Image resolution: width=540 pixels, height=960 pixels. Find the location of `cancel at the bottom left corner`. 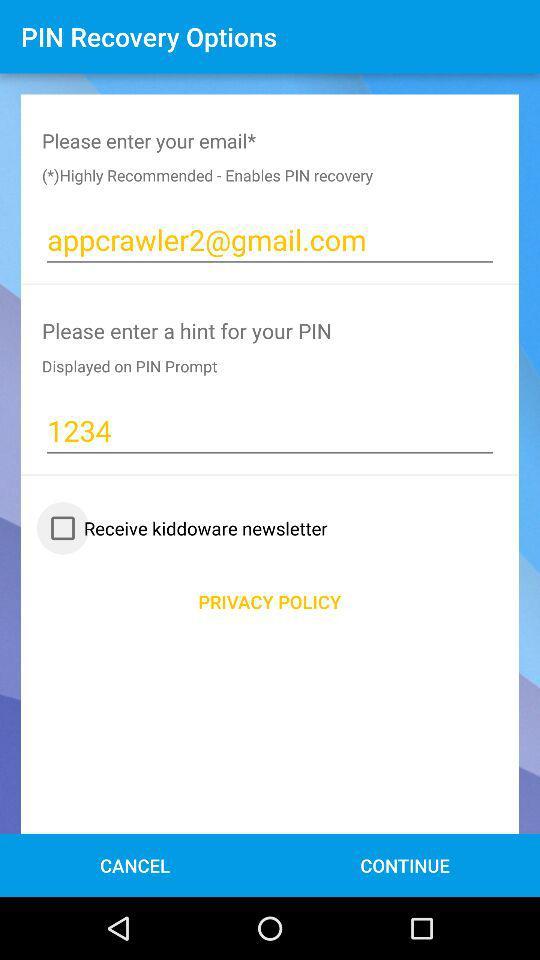

cancel at the bottom left corner is located at coordinates (135, 864).